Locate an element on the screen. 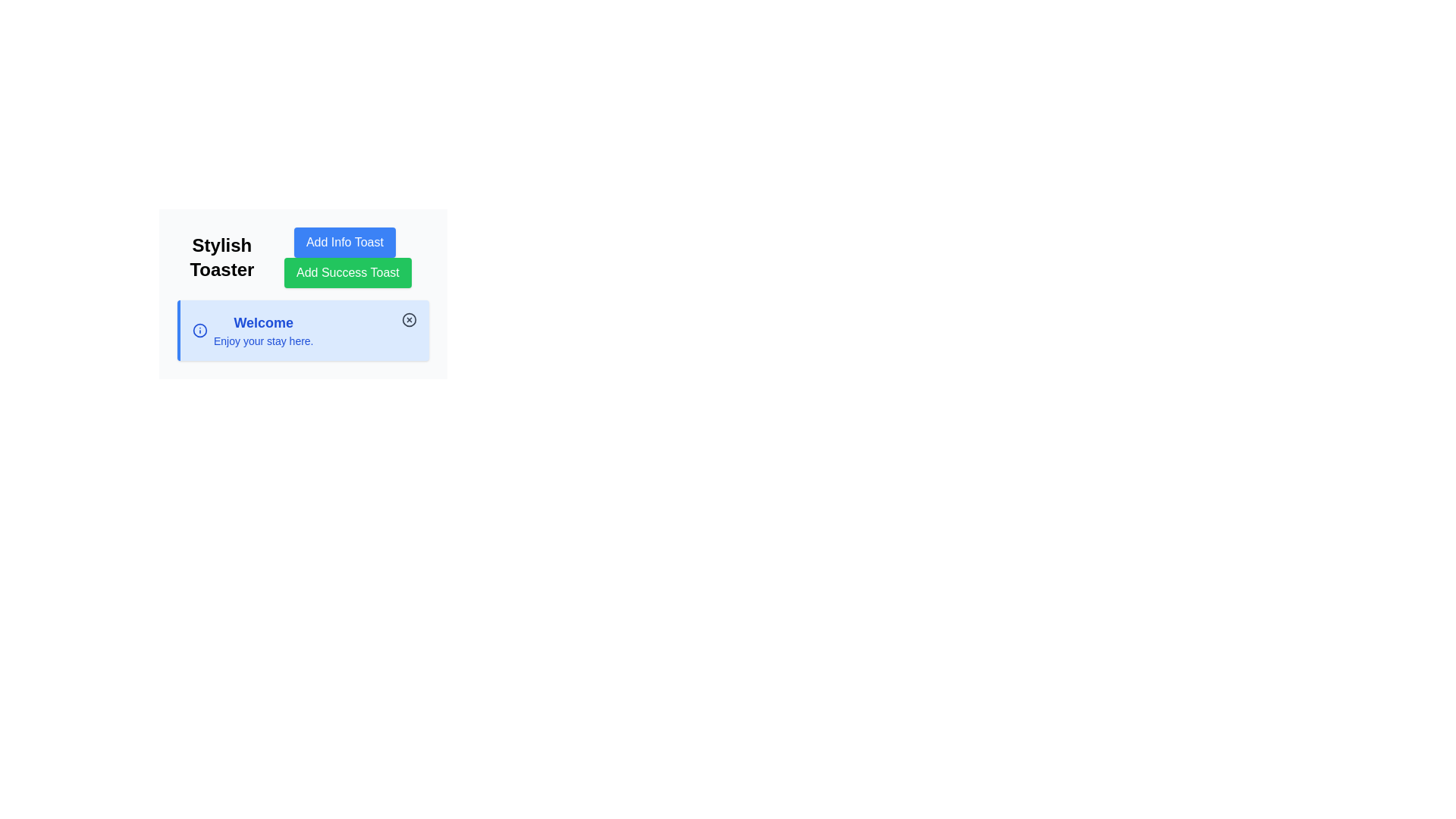 Image resolution: width=1456 pixels, height=819 pixels. the welcome message element that is centrally positioned below the 'Add Info Toast' and 'Add Success Toast' buttons, featuring a blue informational icon on the left and a dismiss icon on the right is located at coordinates (263, 329).